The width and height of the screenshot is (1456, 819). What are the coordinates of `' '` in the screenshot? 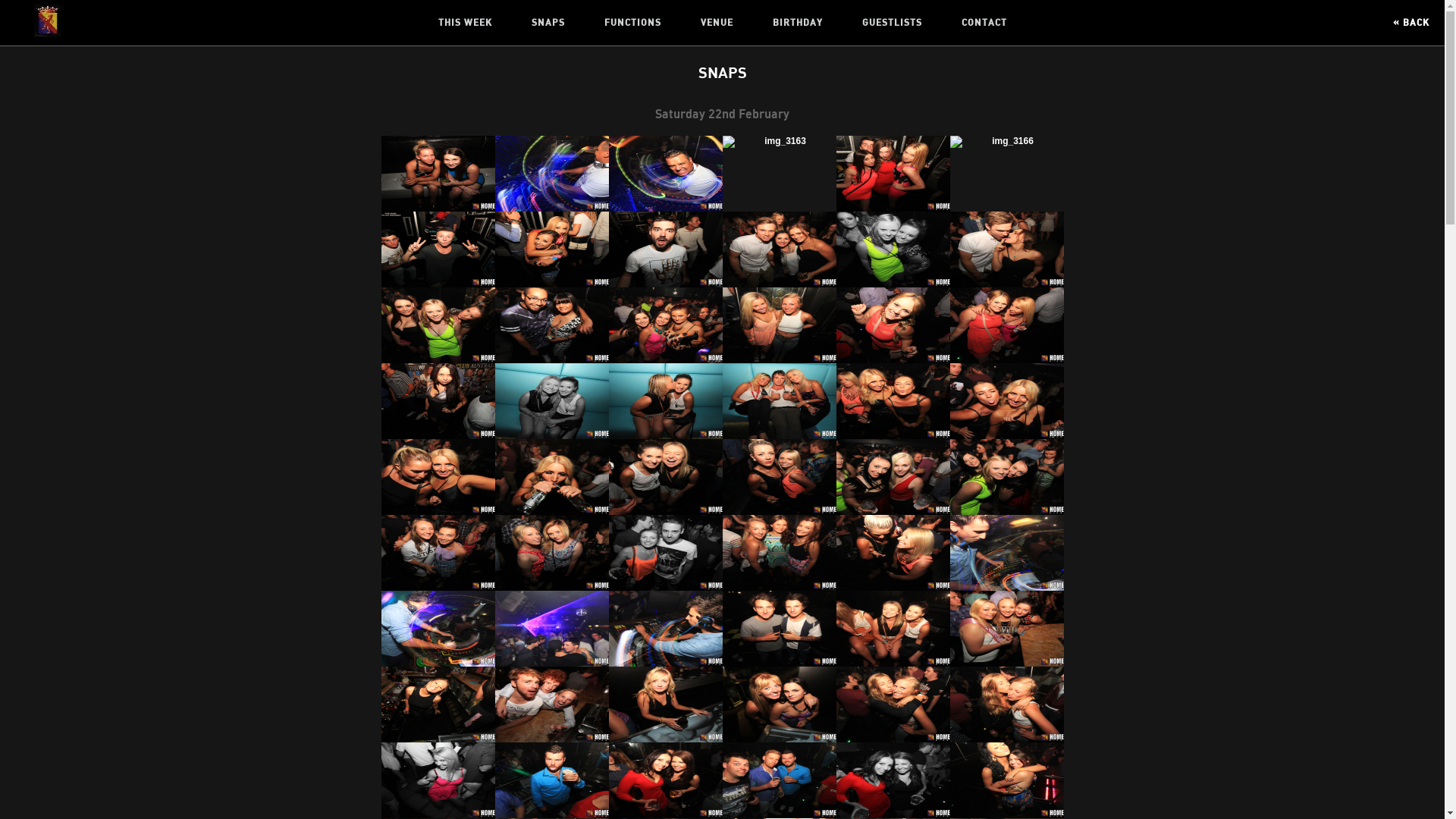 It's located at (665, 704).